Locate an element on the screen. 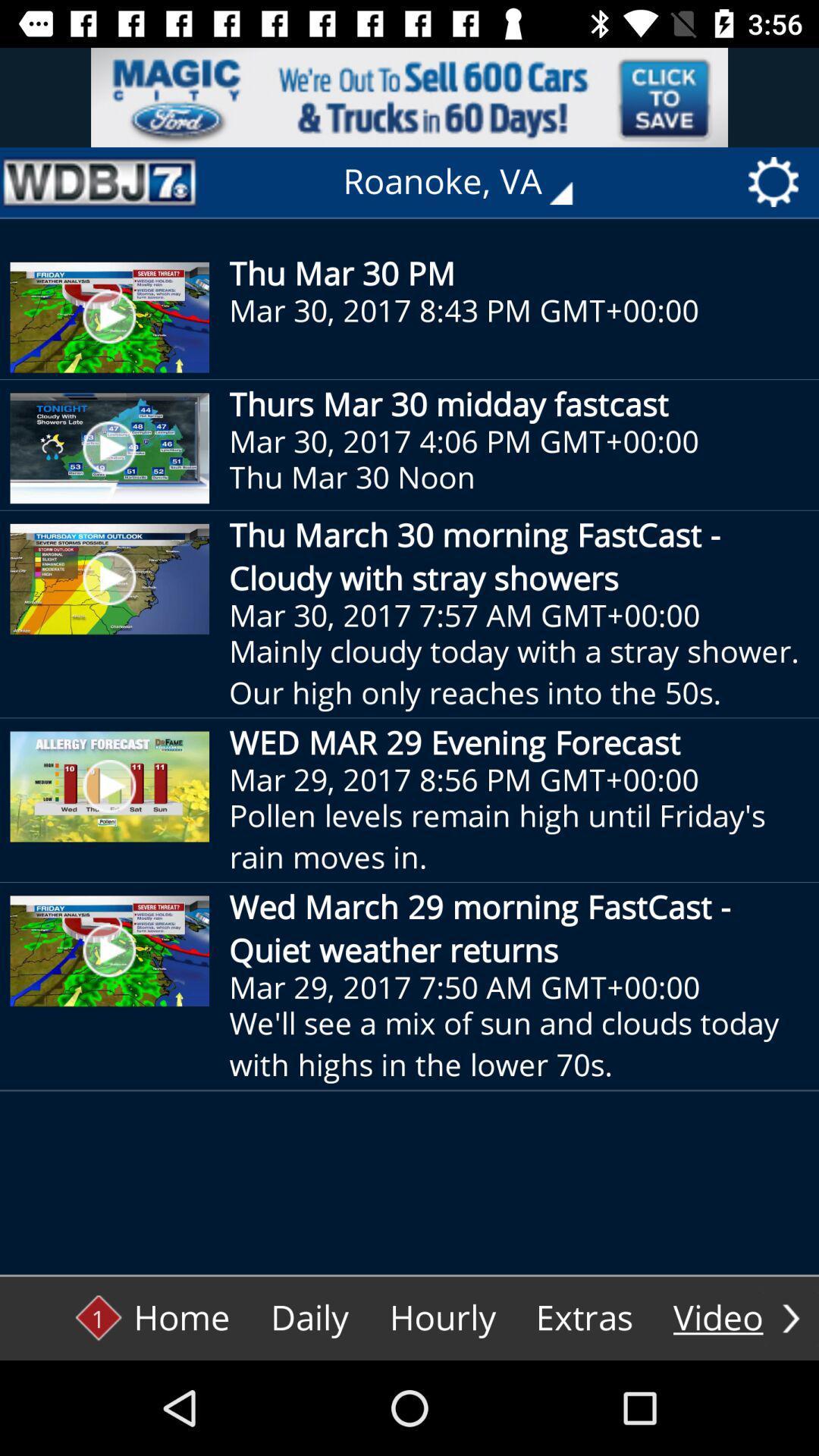 The image size is (819, 1456). the arrow_forward icon is located at coordinates (790, 1317).